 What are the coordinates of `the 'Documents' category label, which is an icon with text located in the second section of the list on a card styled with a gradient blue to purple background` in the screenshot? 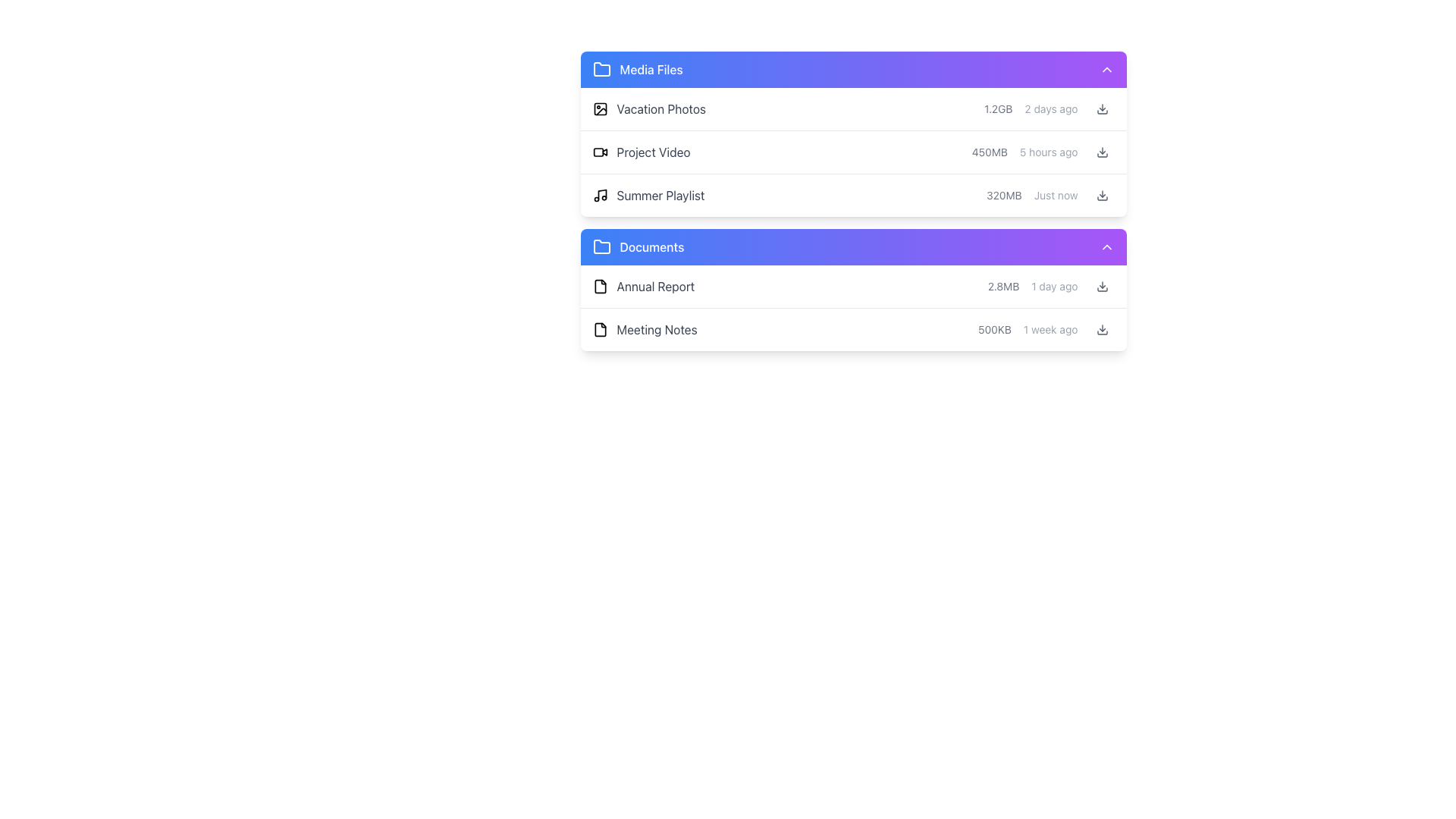 It's located at (638, 246).